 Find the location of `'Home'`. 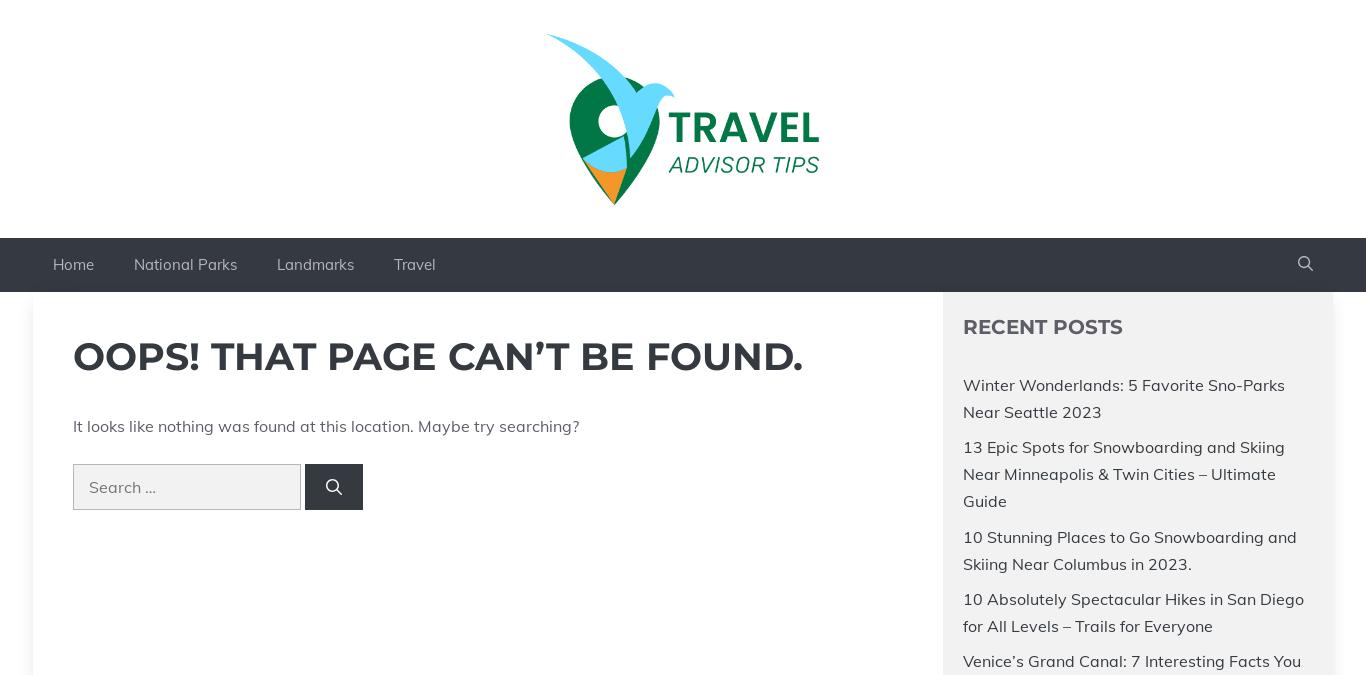

'Home' is located at coordinates (73, 262).